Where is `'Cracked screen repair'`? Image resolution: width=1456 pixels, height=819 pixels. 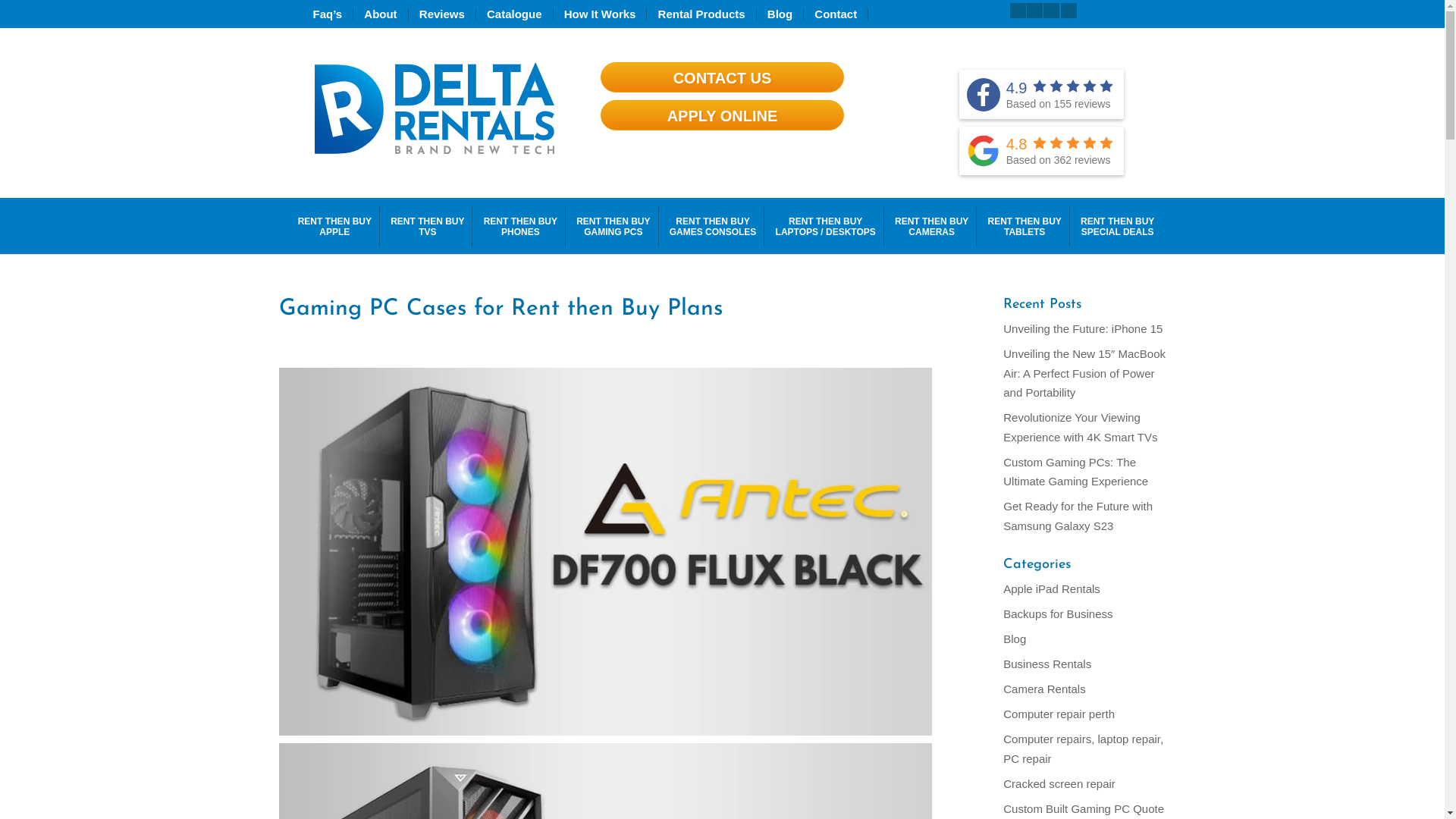
'Cracked screen repair' is located at coordinates (1058, 783).